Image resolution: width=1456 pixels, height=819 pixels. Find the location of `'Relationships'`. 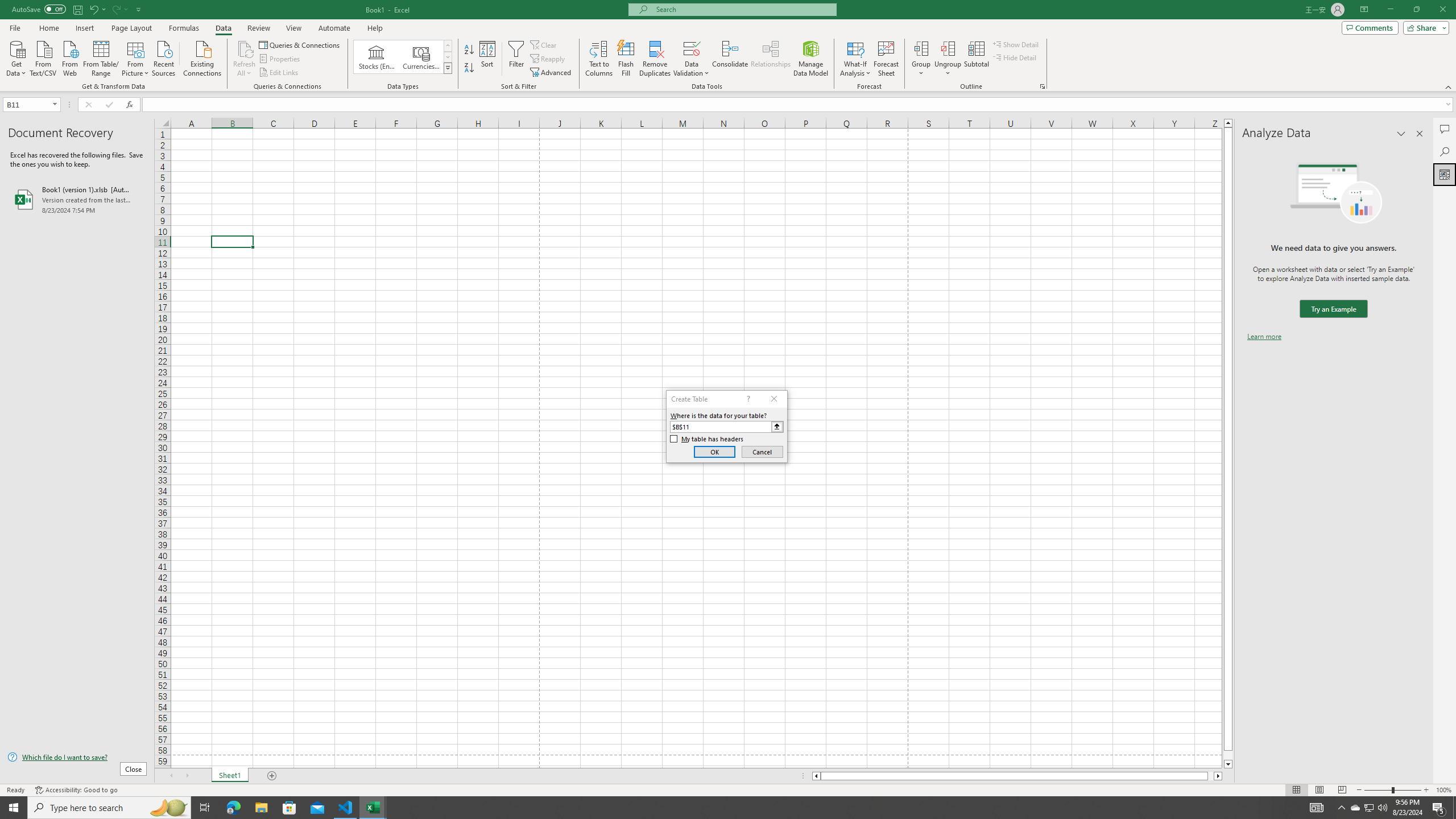

'Relationships' is located at coordinates (770, 59).